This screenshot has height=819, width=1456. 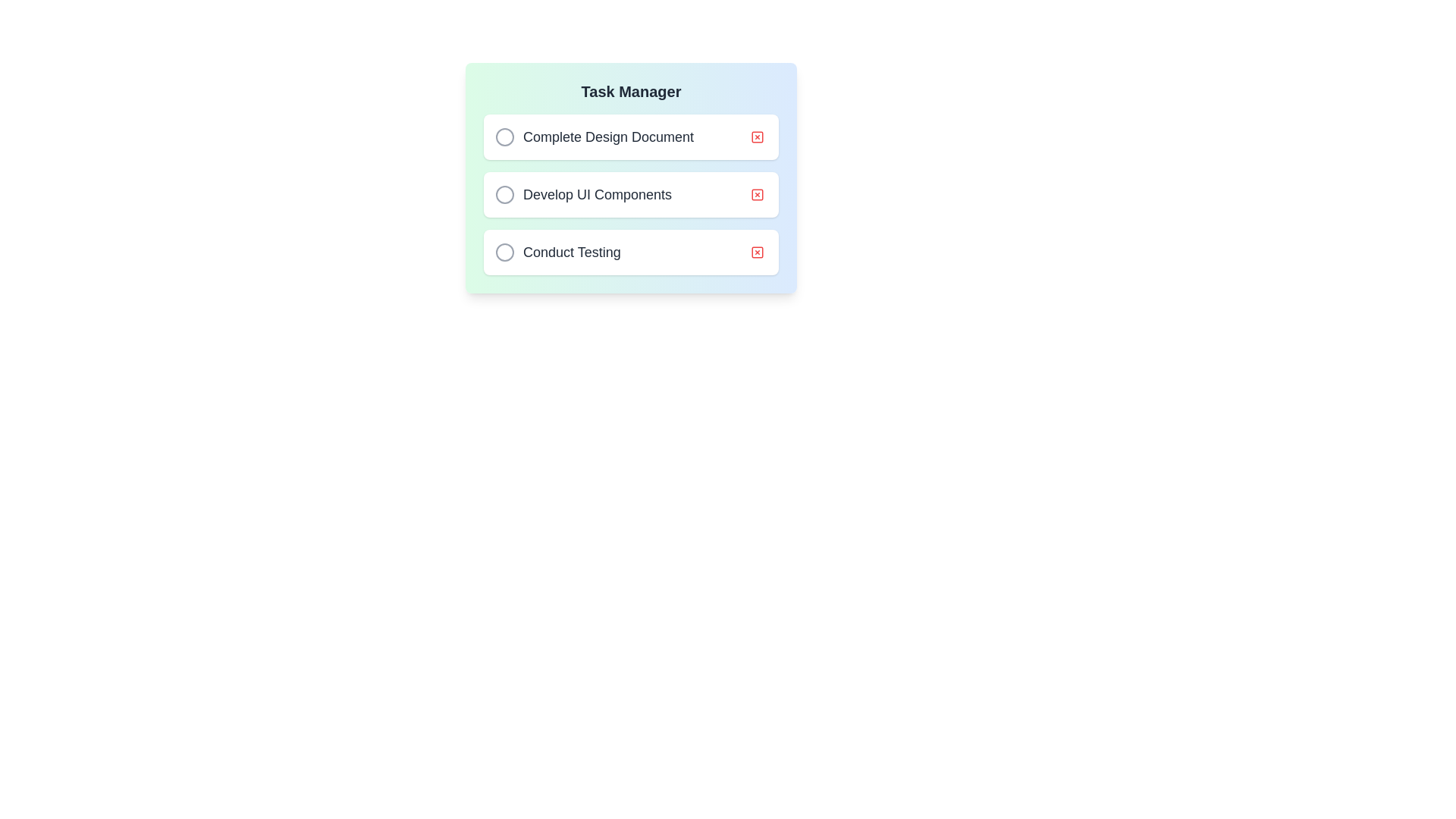 I want to click on the radio button with a light-gray border located to the left of the text 'Conduct Testing', so click(x=505, y=251).